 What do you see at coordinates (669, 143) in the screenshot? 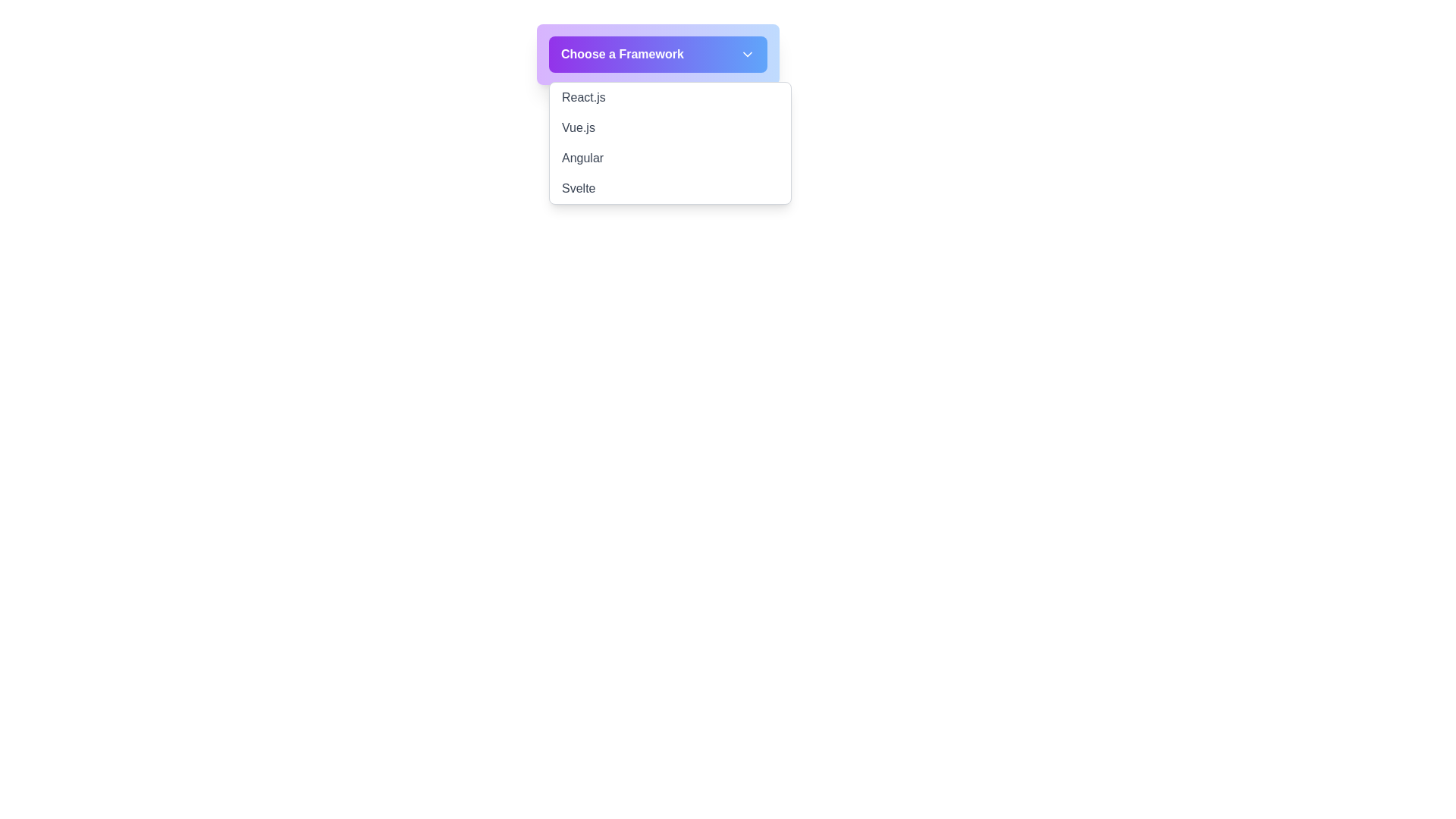
I see `the Dropdown menu that displays options for frameworks including 'React.js', 'Vue.js', 'Angular', and 'Svelte'` at bounding box center [669, 143].